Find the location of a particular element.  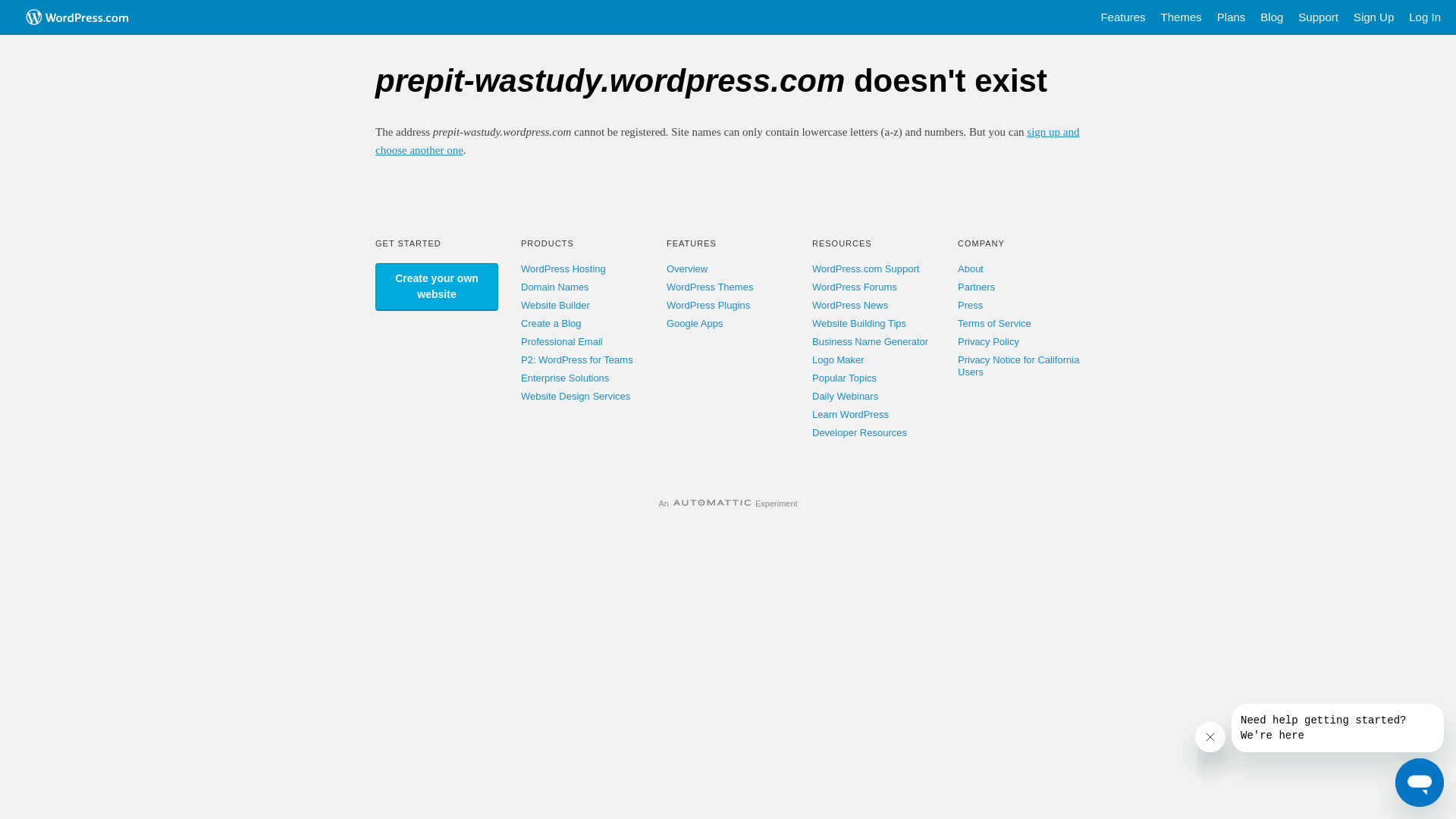

'Button to launch messaging window' is located at coordinates (1395, 783).